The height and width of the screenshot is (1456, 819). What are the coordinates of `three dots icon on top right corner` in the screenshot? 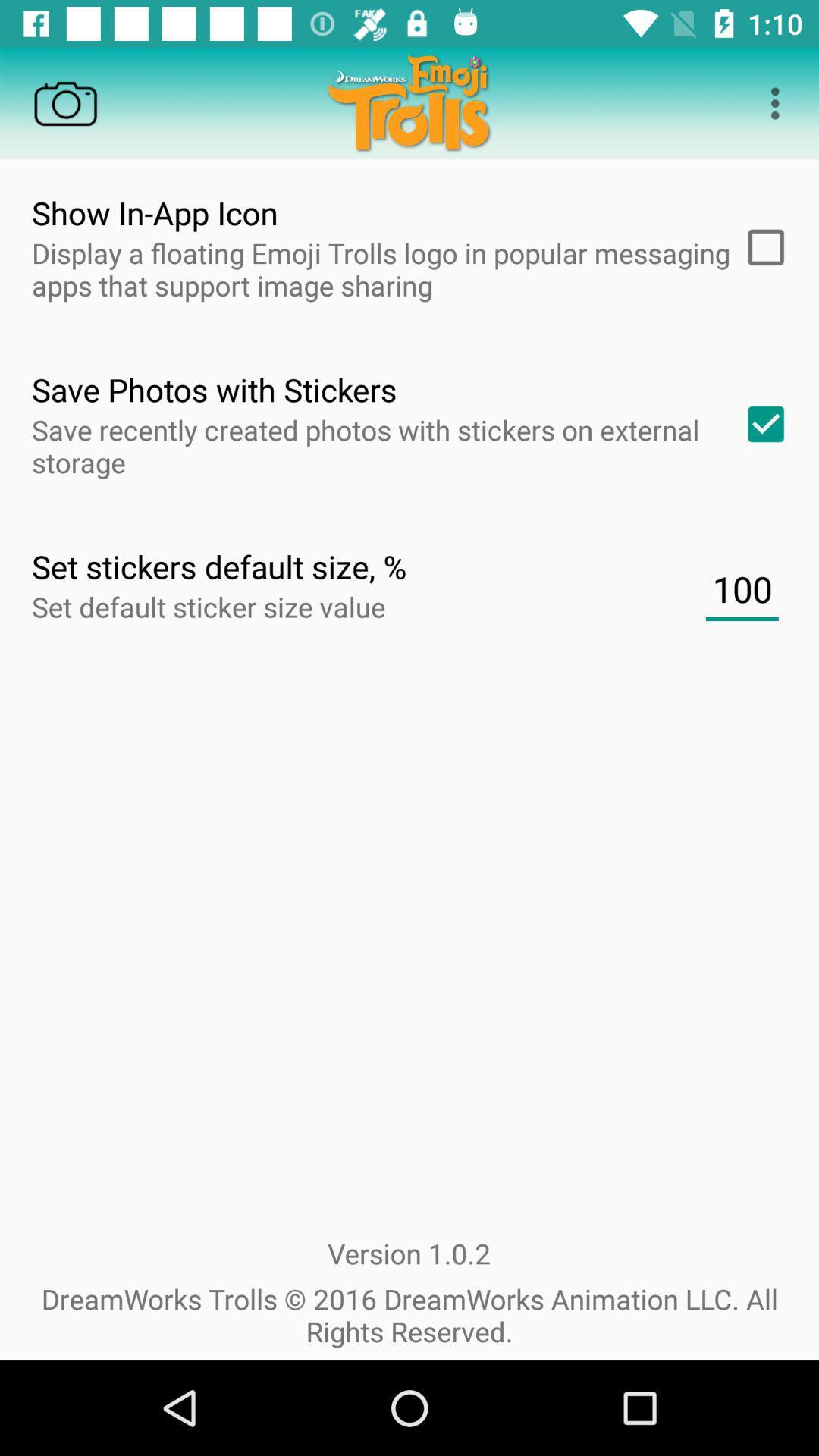 It's located at (779, 103).